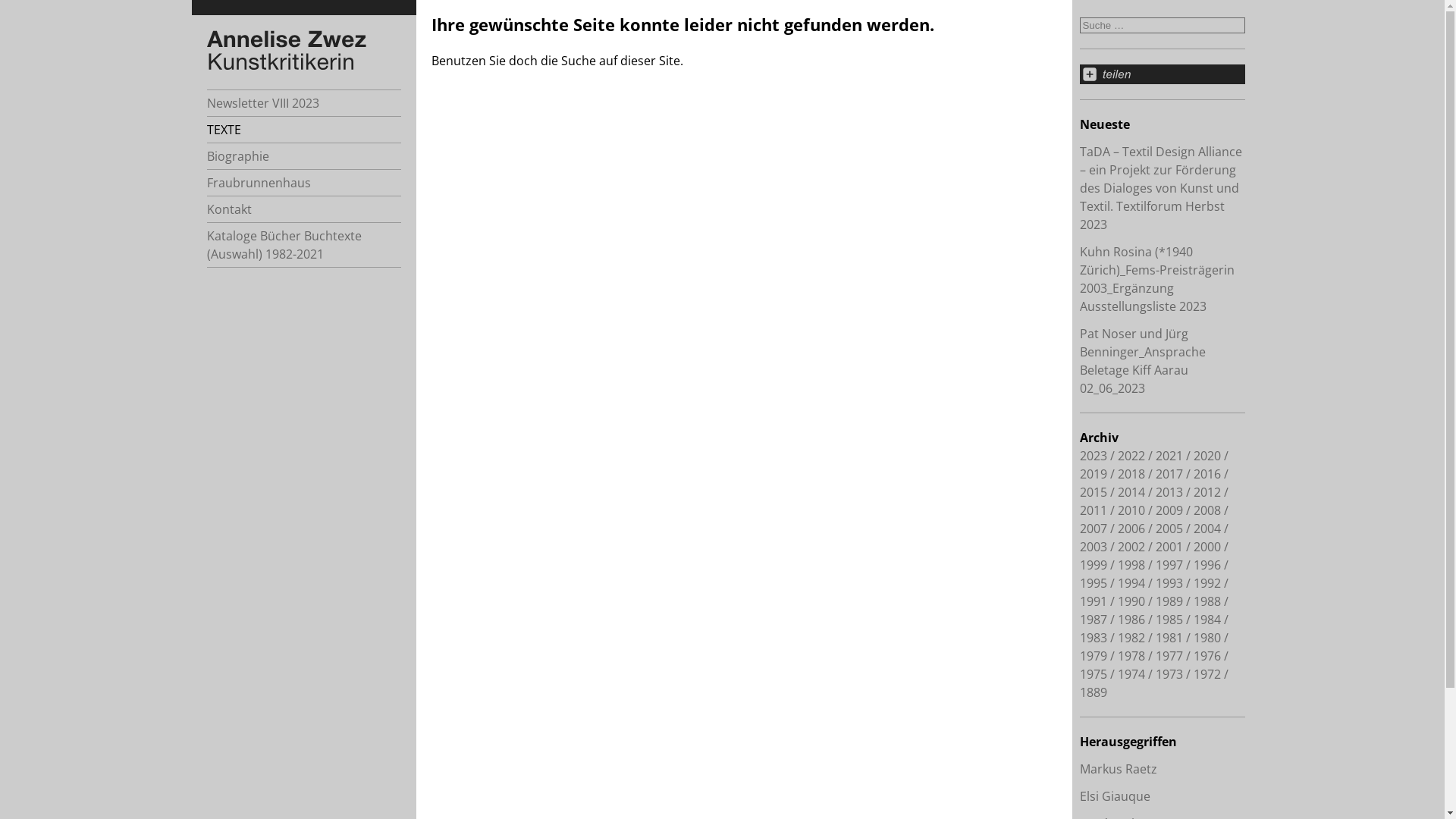 Image resolution: width=1456 pixels, height=819 pixels. I want to click on '1997', so click(1168, 564).